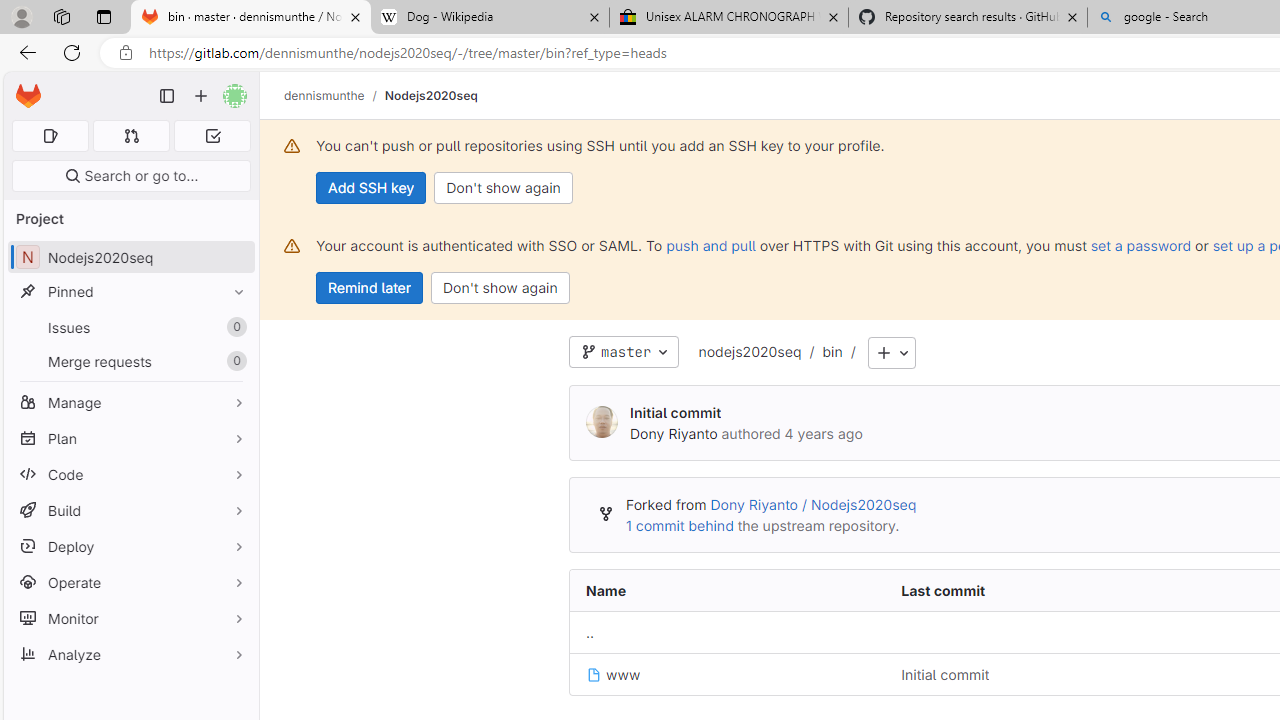 The image size is (1280, 720). I want to click on 'Analyze', so click(130, 654).